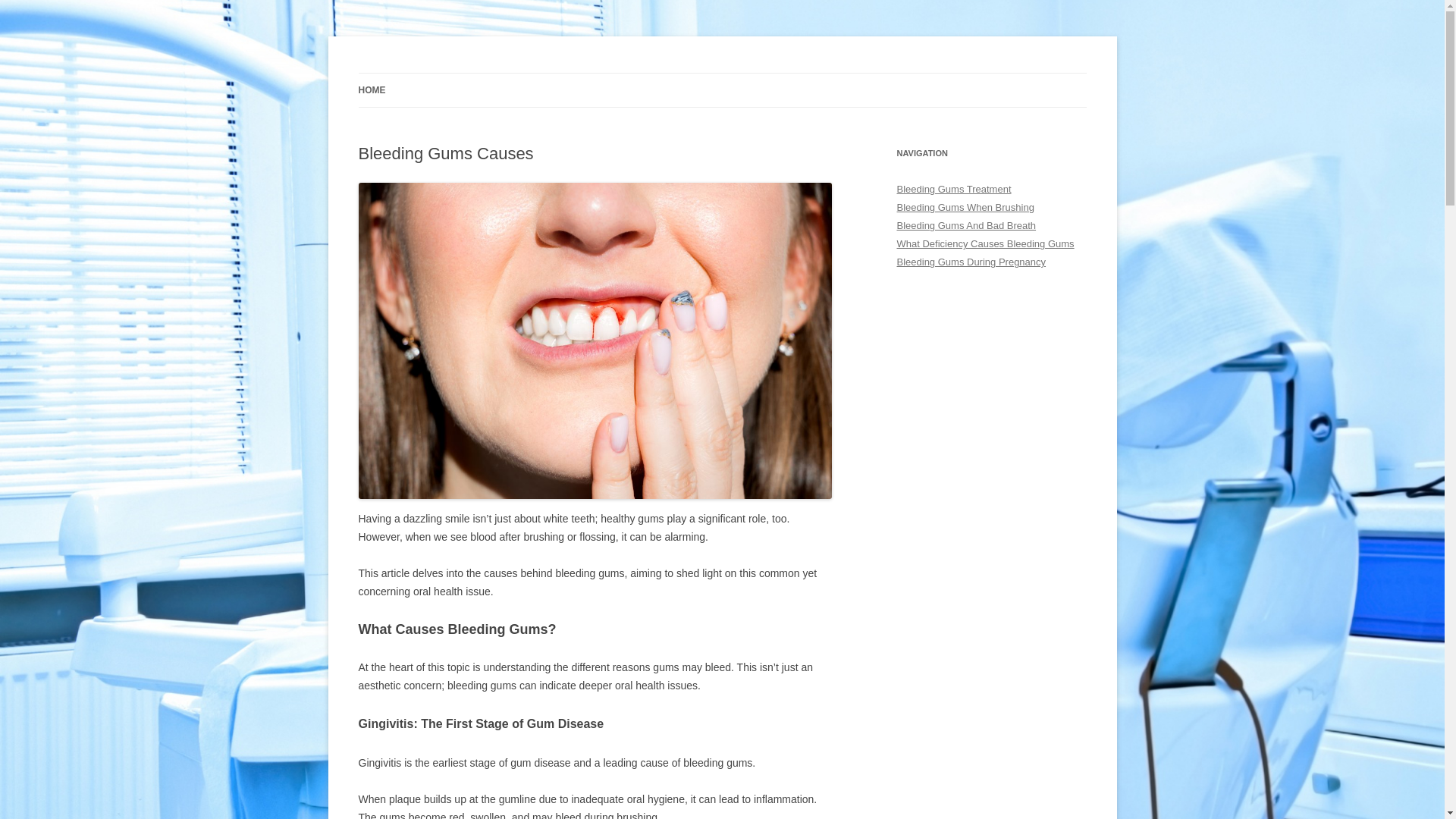 This screenshot has height=819, width=1456. Describe the element at coordinates (952, 188) in the screenshot. I see `'Bleeding Gums Treatment'` at that location.